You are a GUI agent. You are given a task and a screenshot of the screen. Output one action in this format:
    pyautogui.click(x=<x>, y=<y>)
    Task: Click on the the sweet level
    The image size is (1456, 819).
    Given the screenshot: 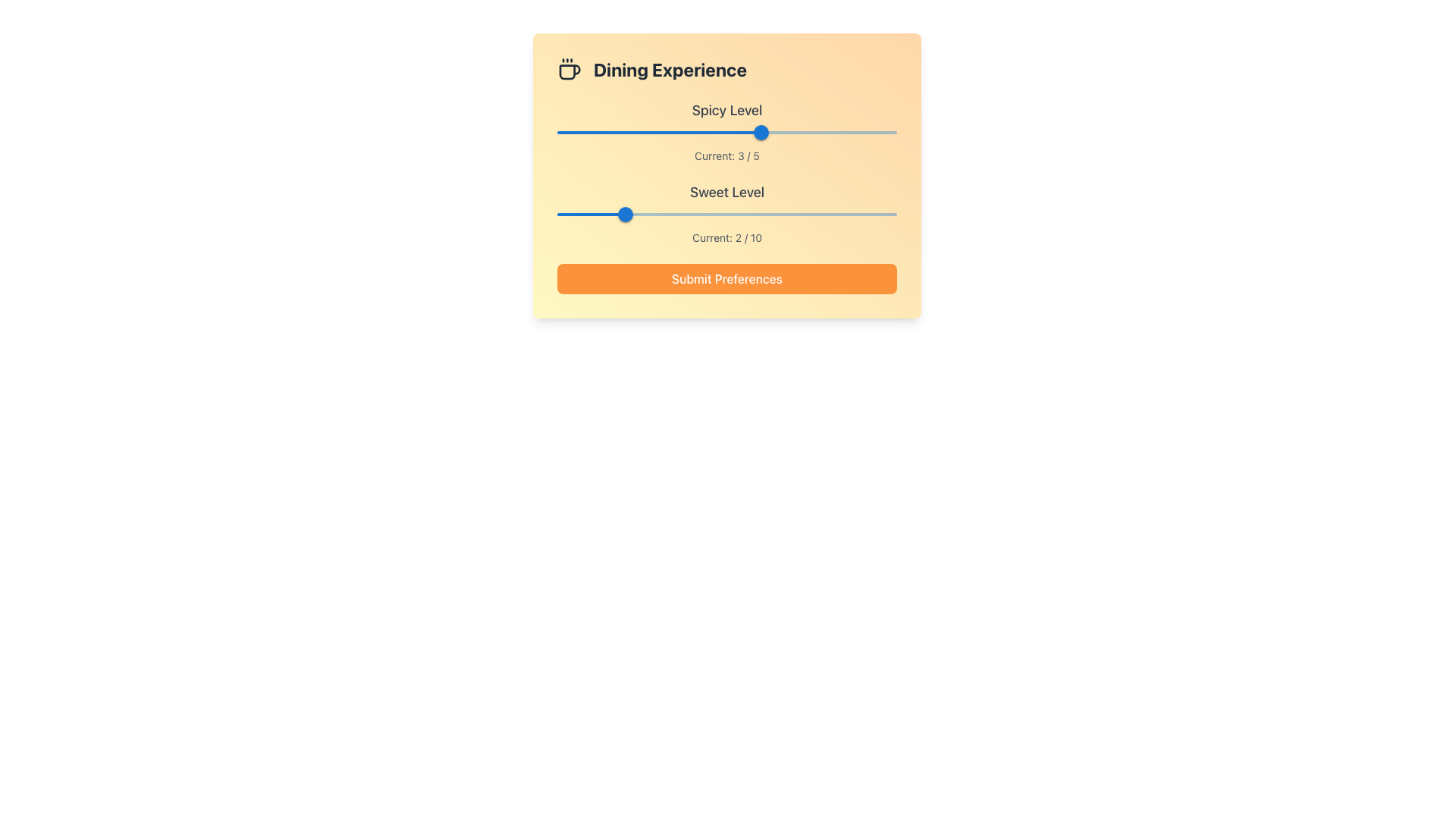 What is the action you would take?
    pyautogui.click(x=594, y=214)
    